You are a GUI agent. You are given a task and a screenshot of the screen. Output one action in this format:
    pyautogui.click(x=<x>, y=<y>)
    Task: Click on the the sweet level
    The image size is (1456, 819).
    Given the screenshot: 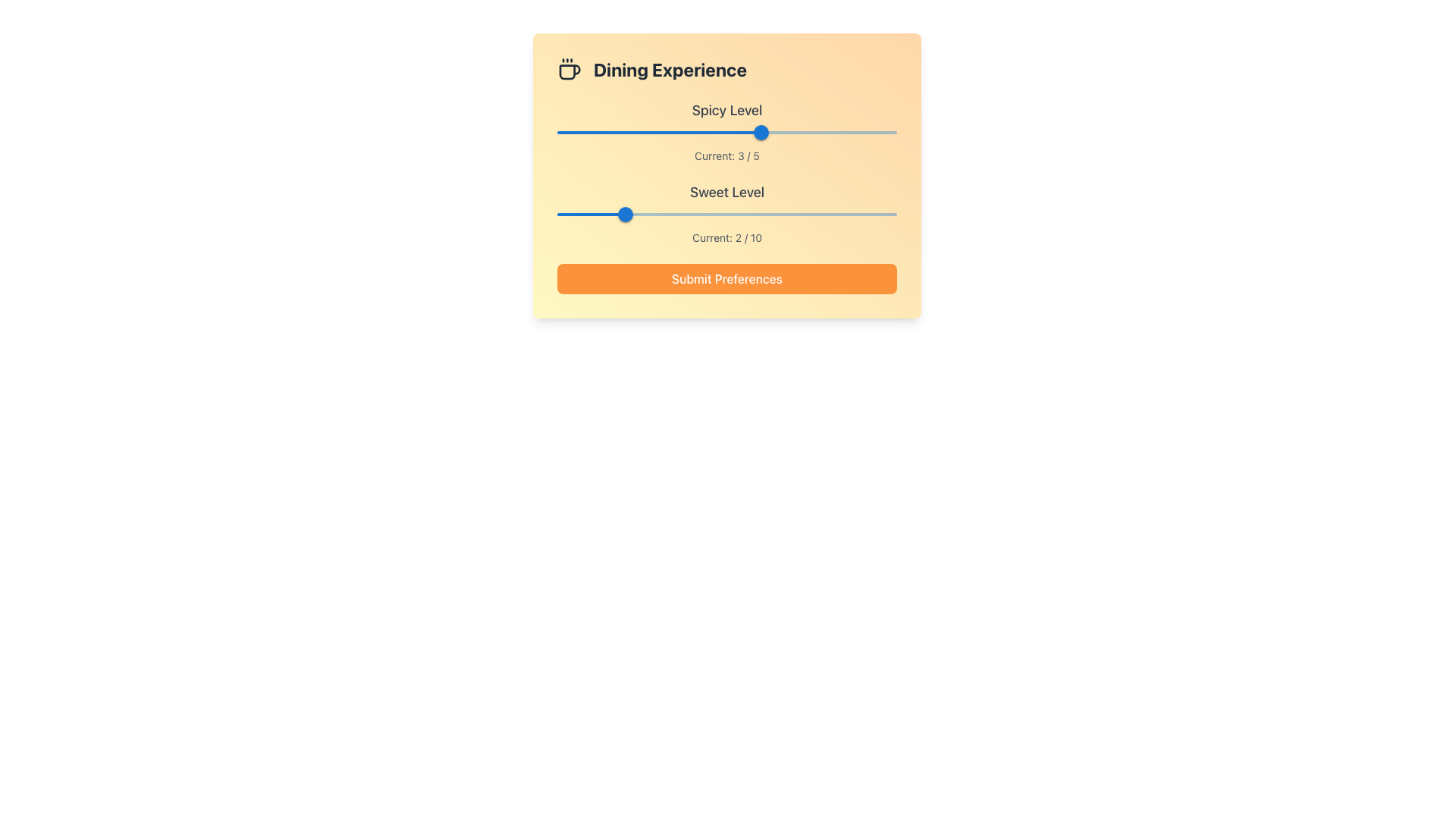 What is the action you would take?
    pyautogui.click(x=594, y=214)
    